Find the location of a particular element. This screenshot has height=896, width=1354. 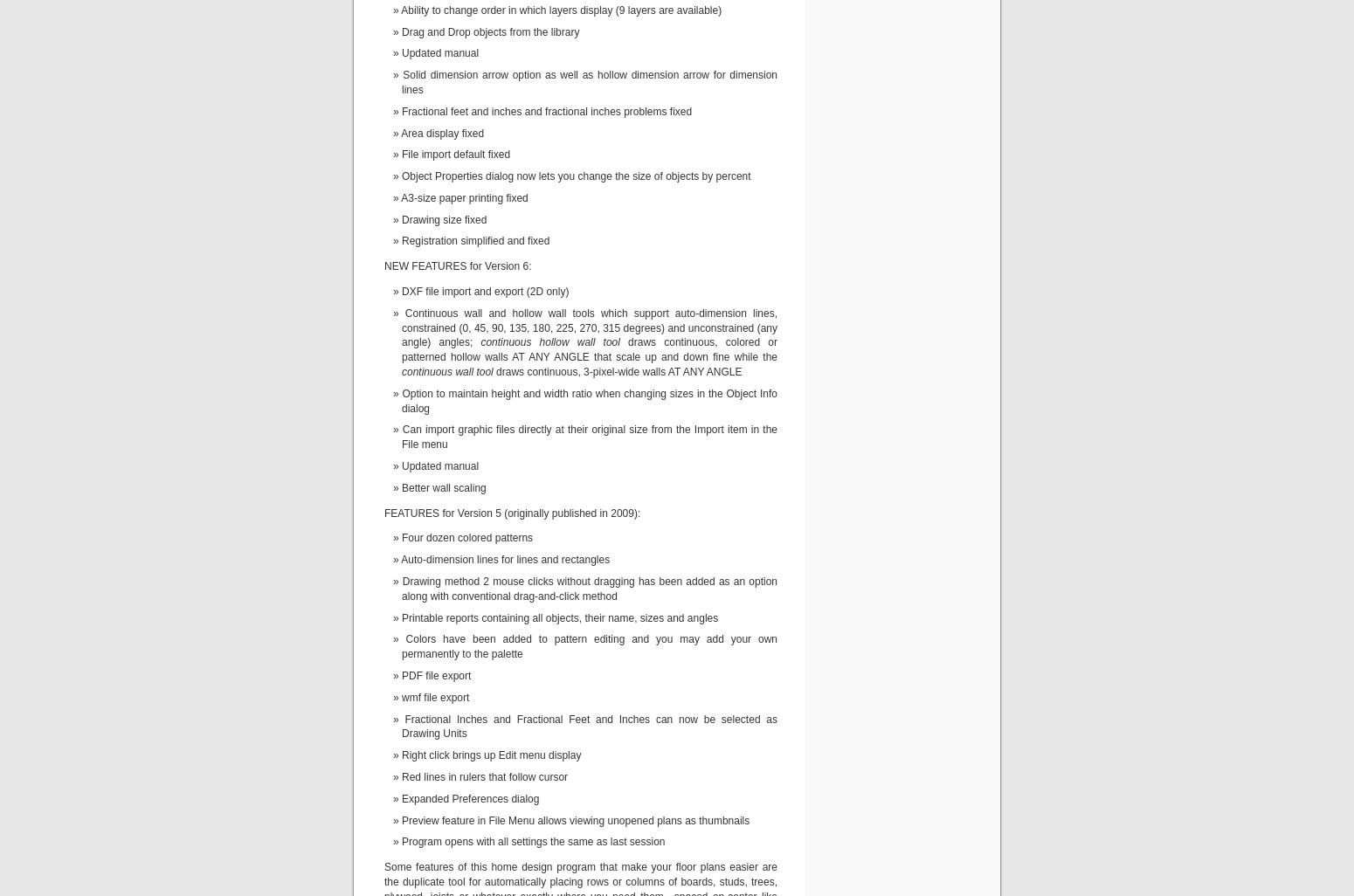

'NEW FEATURES for Version 6:' is located at coordinates (457, 265).